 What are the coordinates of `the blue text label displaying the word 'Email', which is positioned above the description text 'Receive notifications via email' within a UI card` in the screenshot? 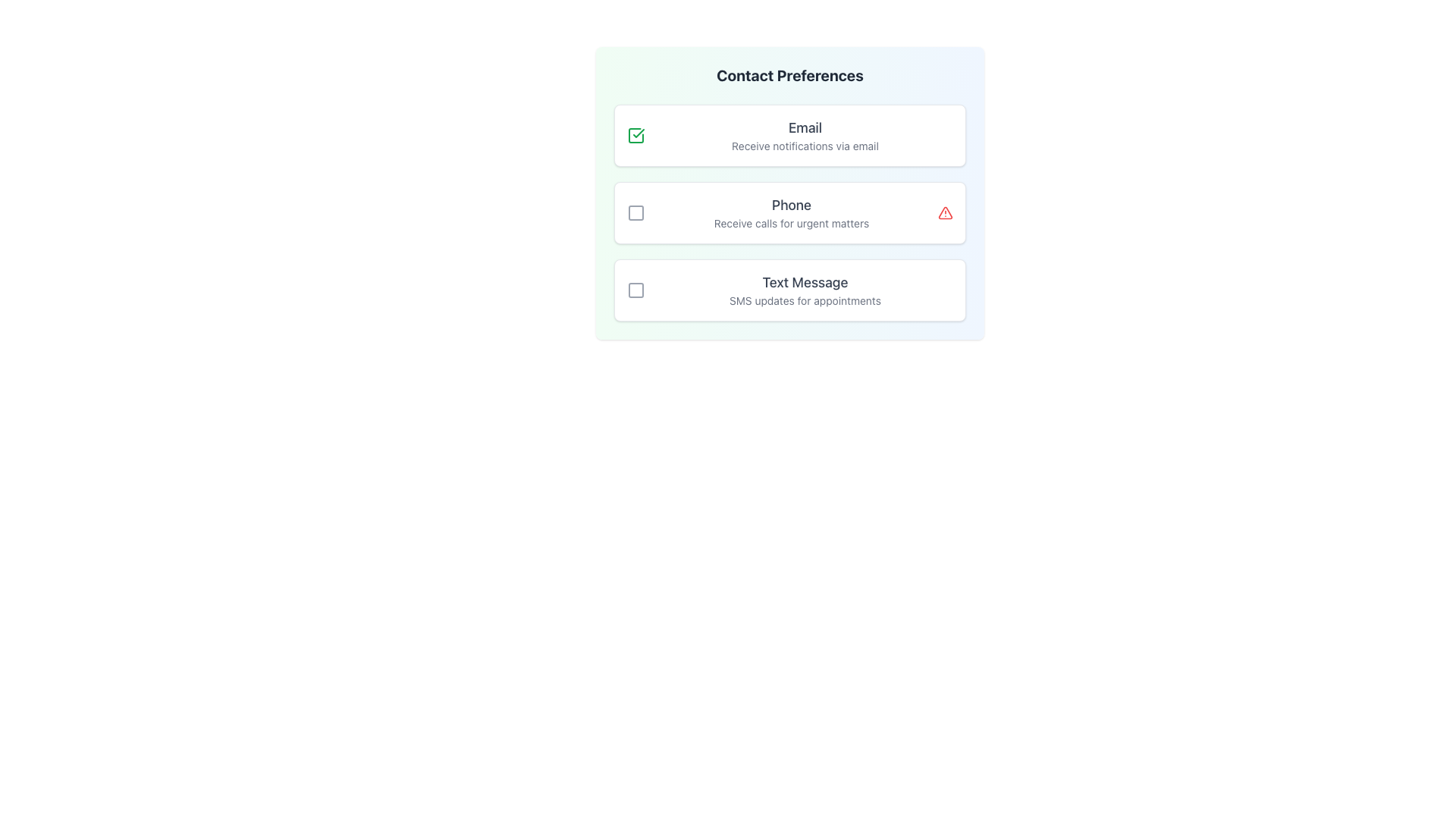 It's located at (804, 127).